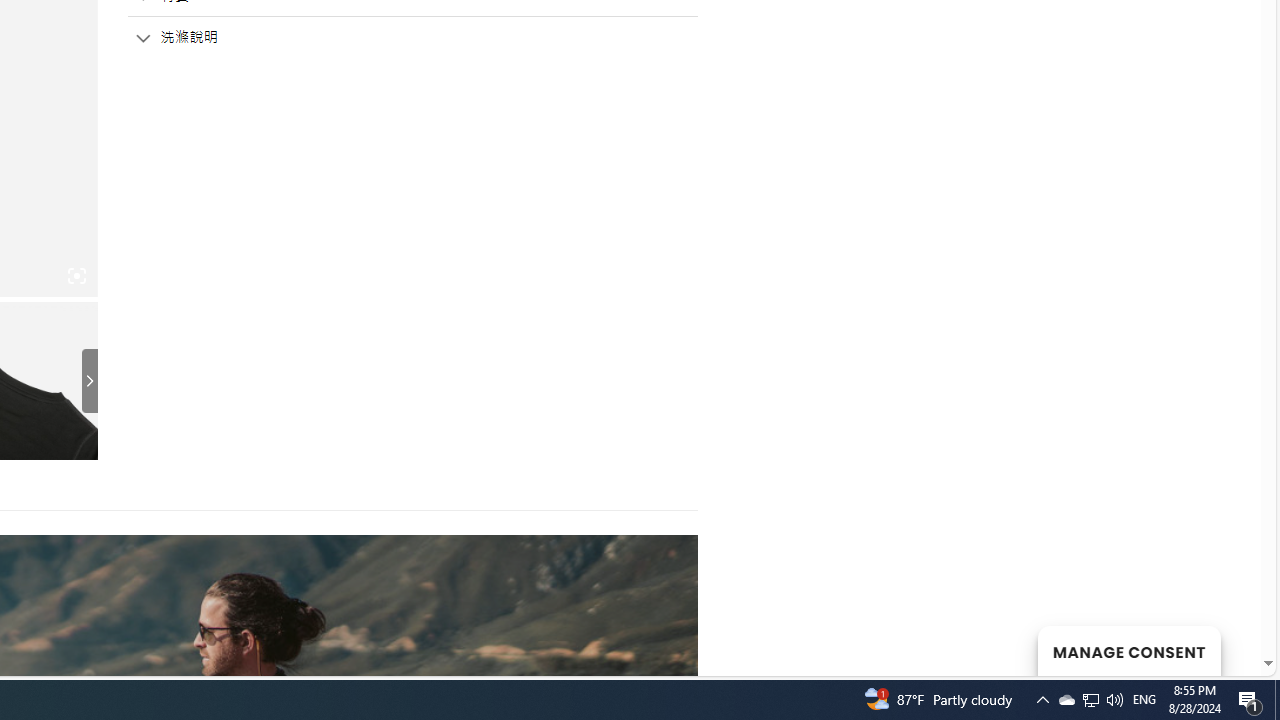 The height and width of the screenshot is (720, 1280). What do you see at coordinates (1128, 650) in the screenshot?
I see `'MANAGE CONSENT'` at bounding box center [1128, 650].